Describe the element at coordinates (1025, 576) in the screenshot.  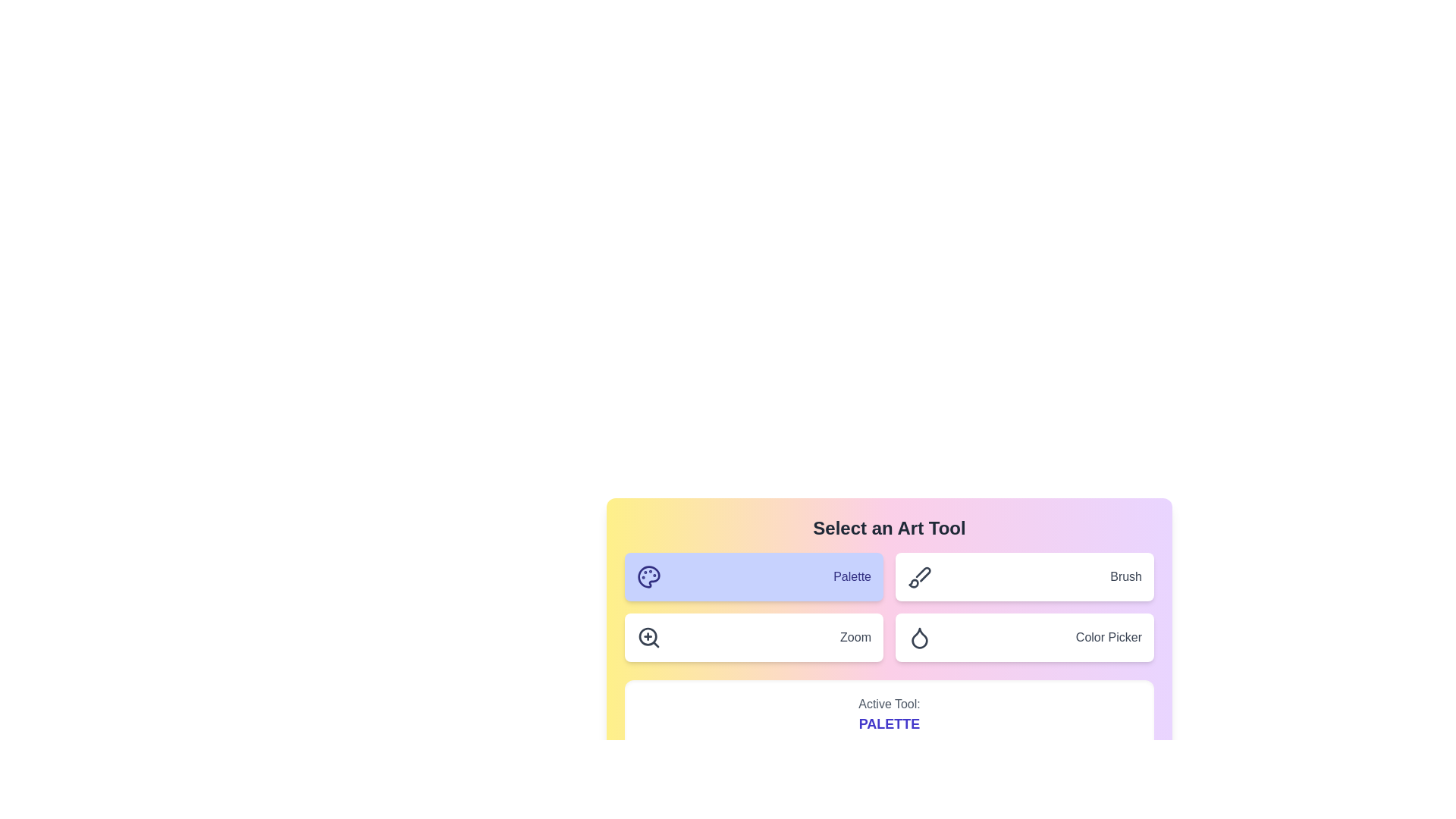
I see `the tool Brush by clicking its corresponding button` at that location.